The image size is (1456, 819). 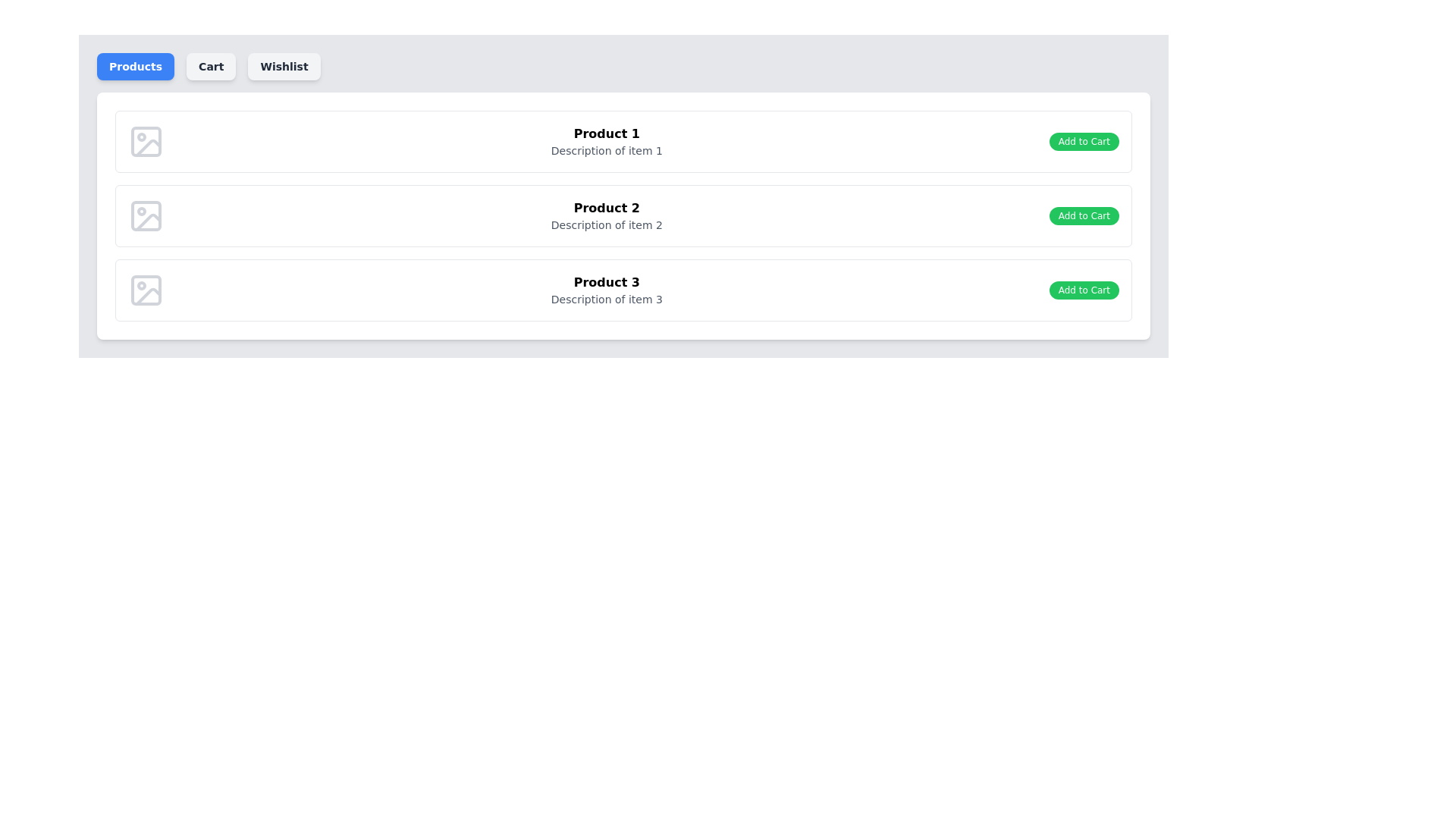 What do you see at coordinates (623, 216) in the screenshot?
I see `the second product card in the product list interface` at bounding box center [623, 216].